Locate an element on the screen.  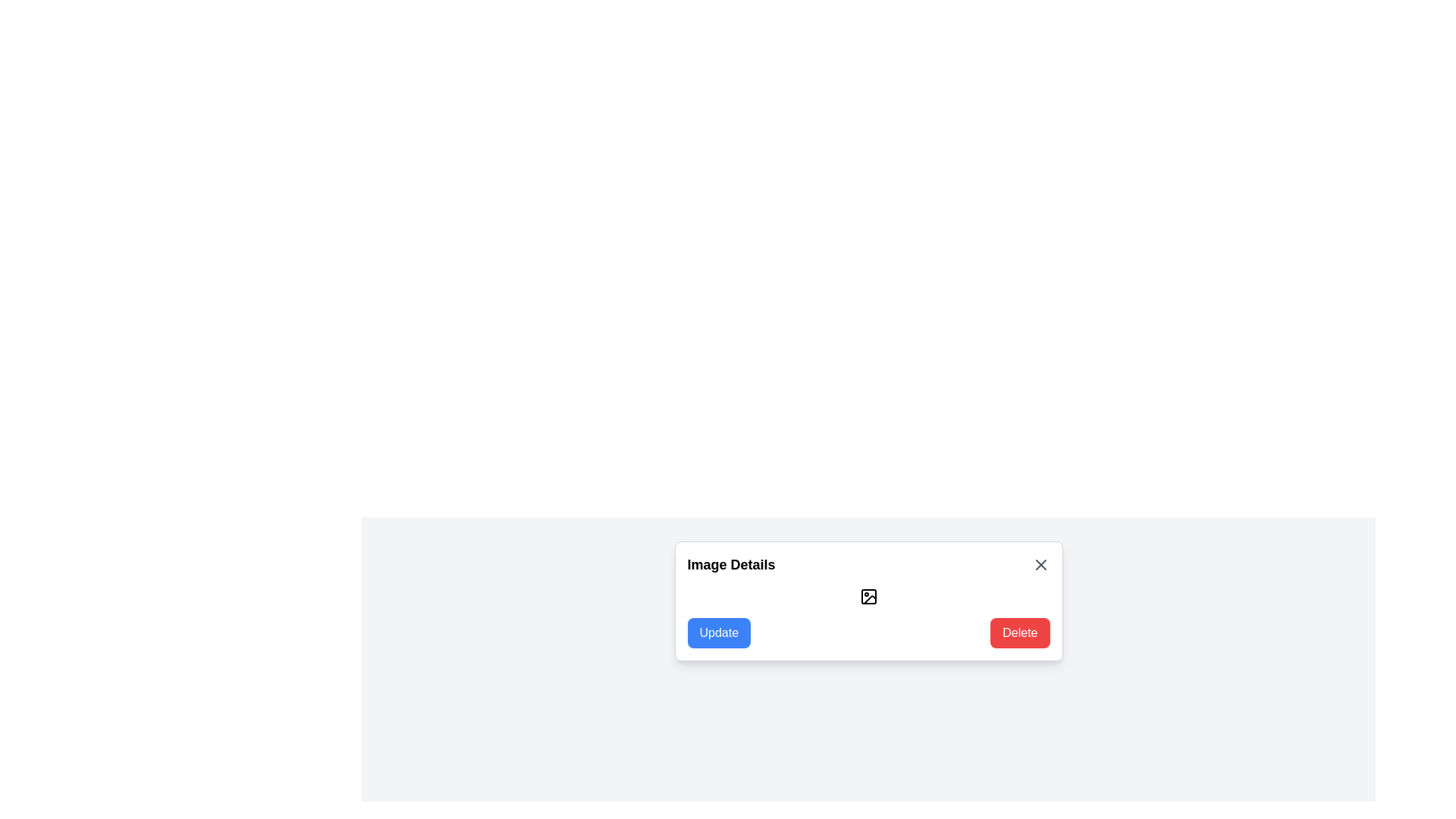
the SVG image icon located in the middle of the dialog box, under the 'Image Details' heading is located at coordinates (868, 595).